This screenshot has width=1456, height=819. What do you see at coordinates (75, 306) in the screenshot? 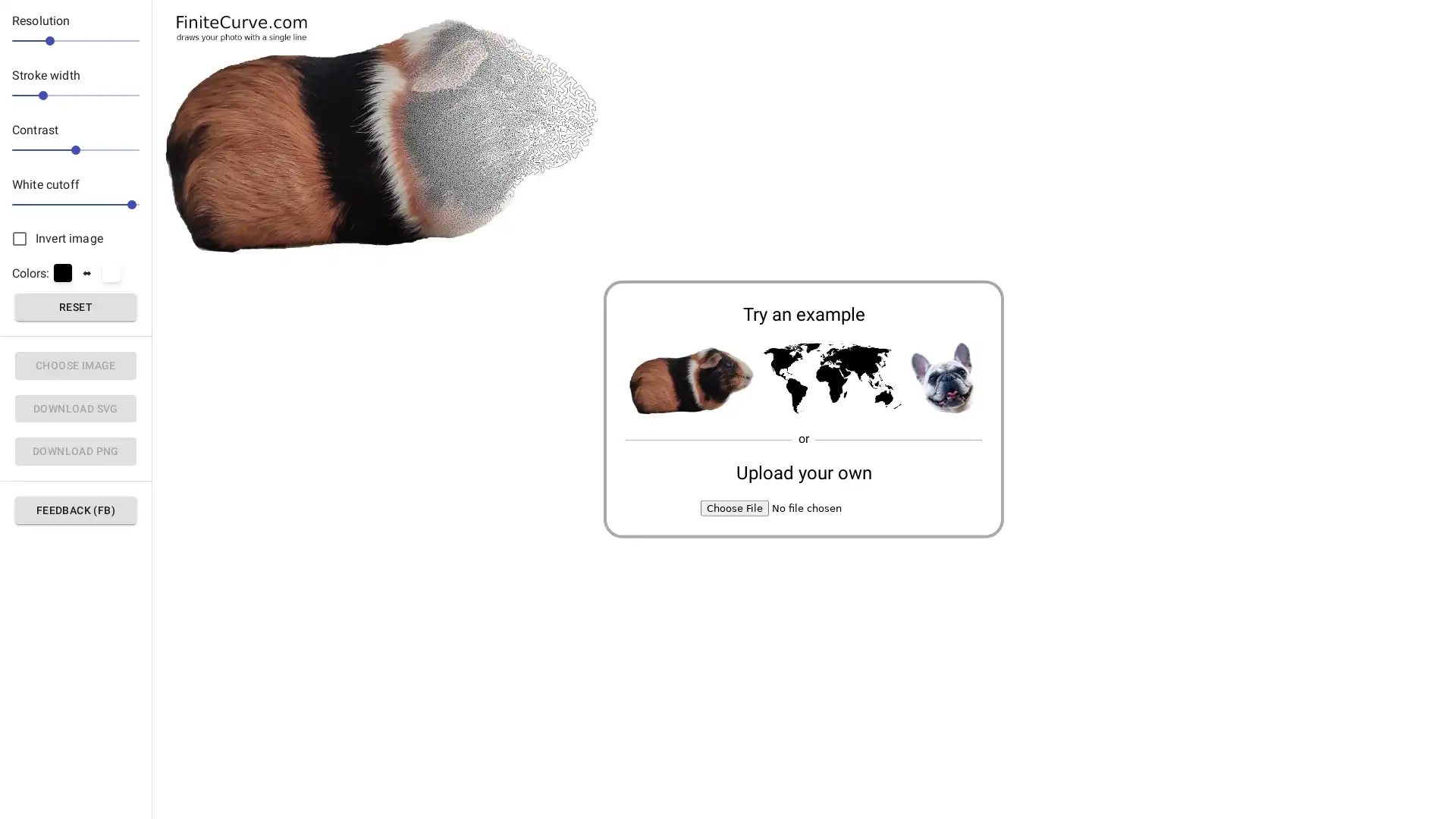
I see `RESET` at bounding box center [75, 306].